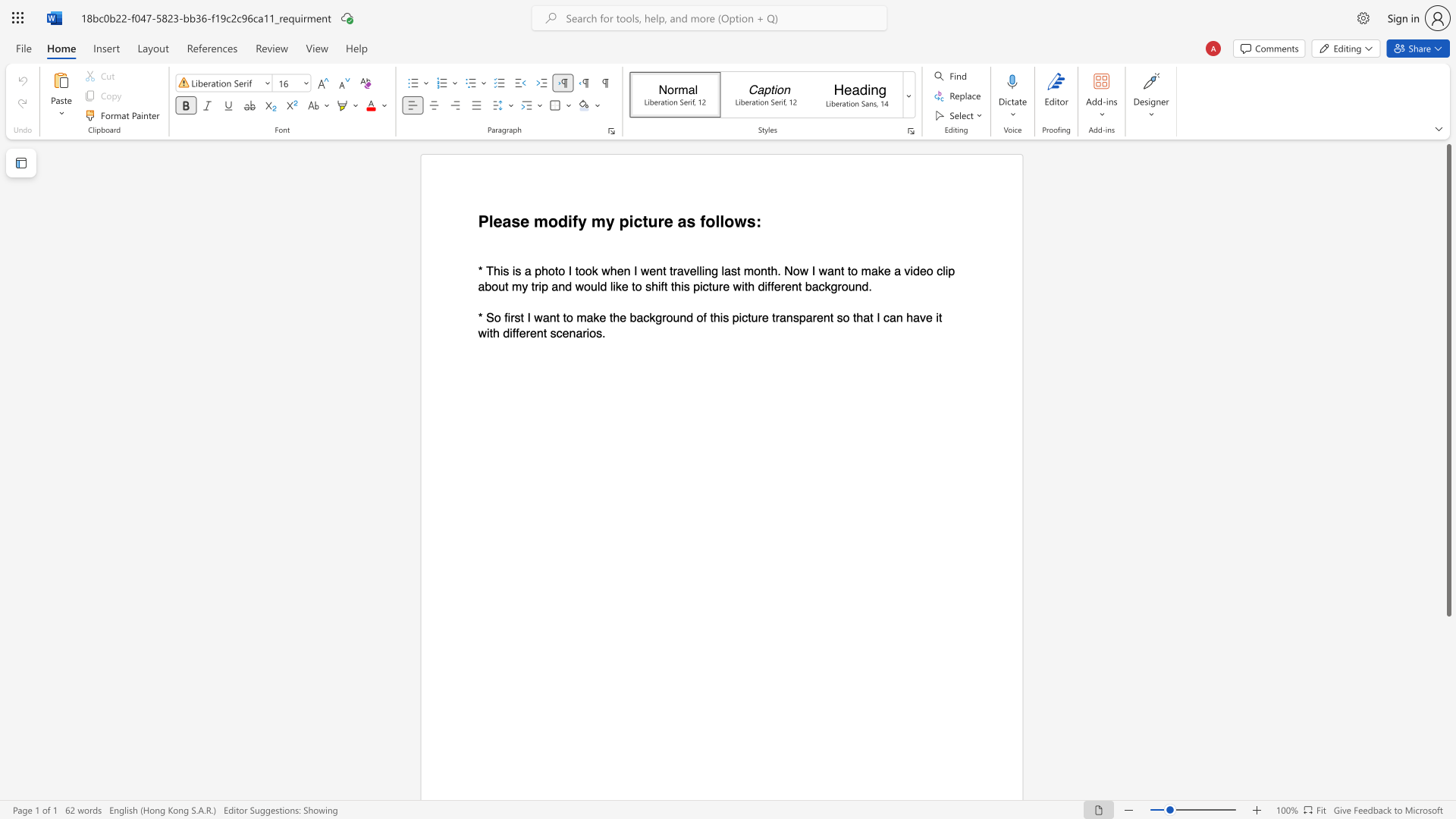  What do you see at coordinates (661, 221) in the screenshot?
I see `the 1th character "r" in the text` at bounding box center [661, 221].